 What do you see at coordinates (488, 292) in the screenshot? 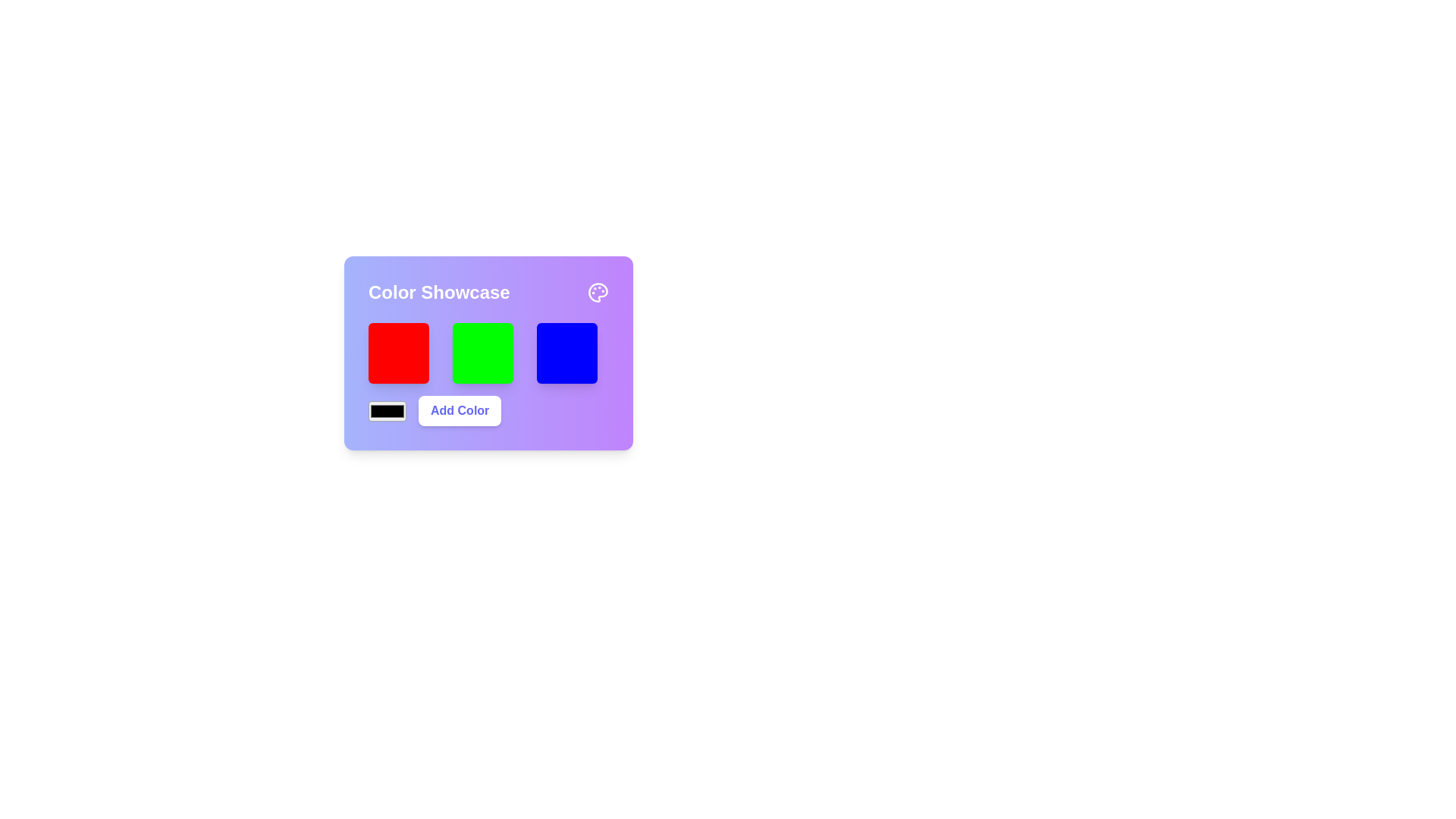
I see `the 'Color Showcase' text header with palette icon, which is located at the top section of a rounded panel with a gradient background` at bounding box center [488, 292].